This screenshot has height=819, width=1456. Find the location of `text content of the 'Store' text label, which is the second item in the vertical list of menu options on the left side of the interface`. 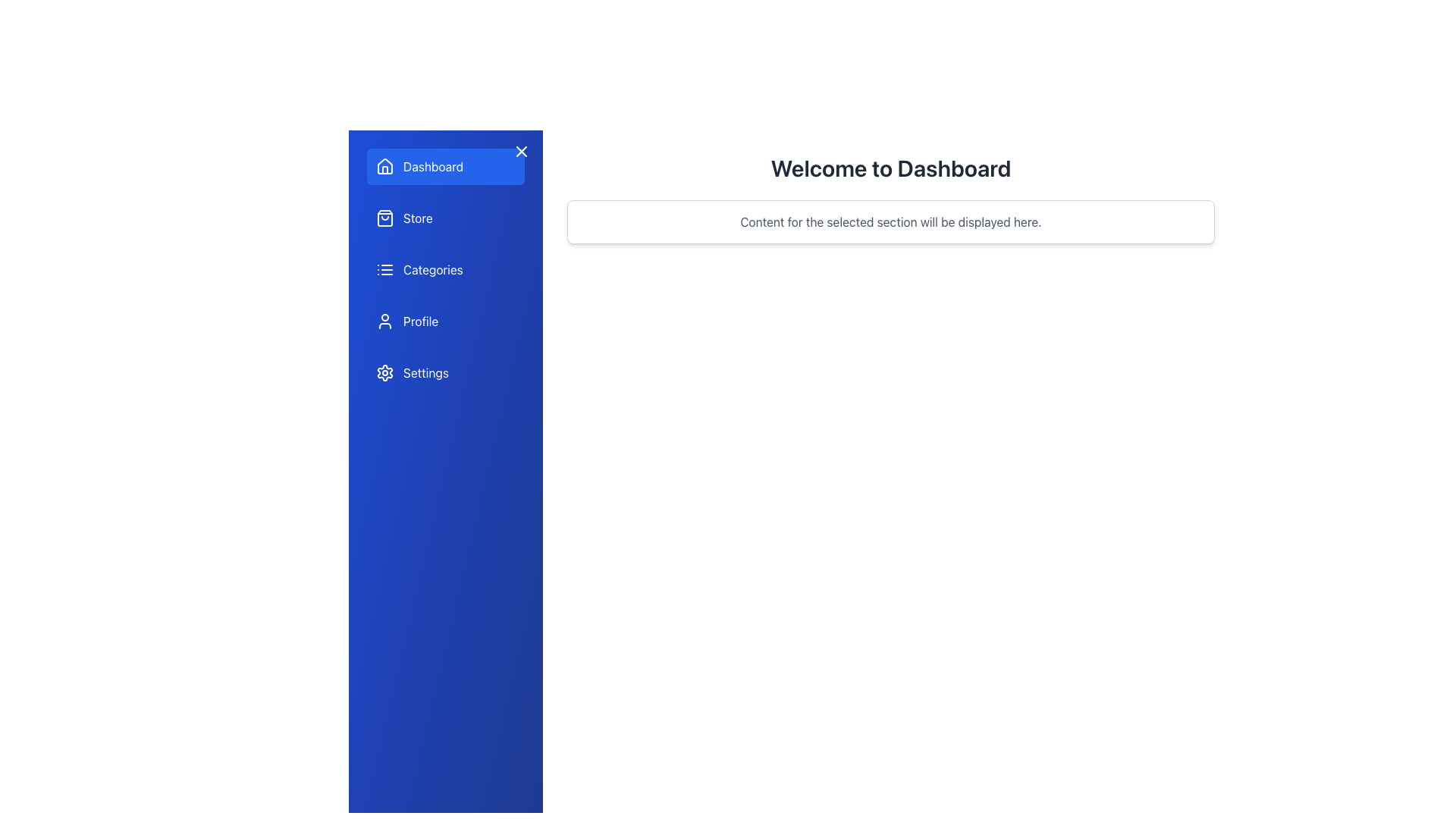

text content of the 'Store' text label, which is the second item in the vertical list of menu options on the left side of the interface is located at coordinates (418, 218).